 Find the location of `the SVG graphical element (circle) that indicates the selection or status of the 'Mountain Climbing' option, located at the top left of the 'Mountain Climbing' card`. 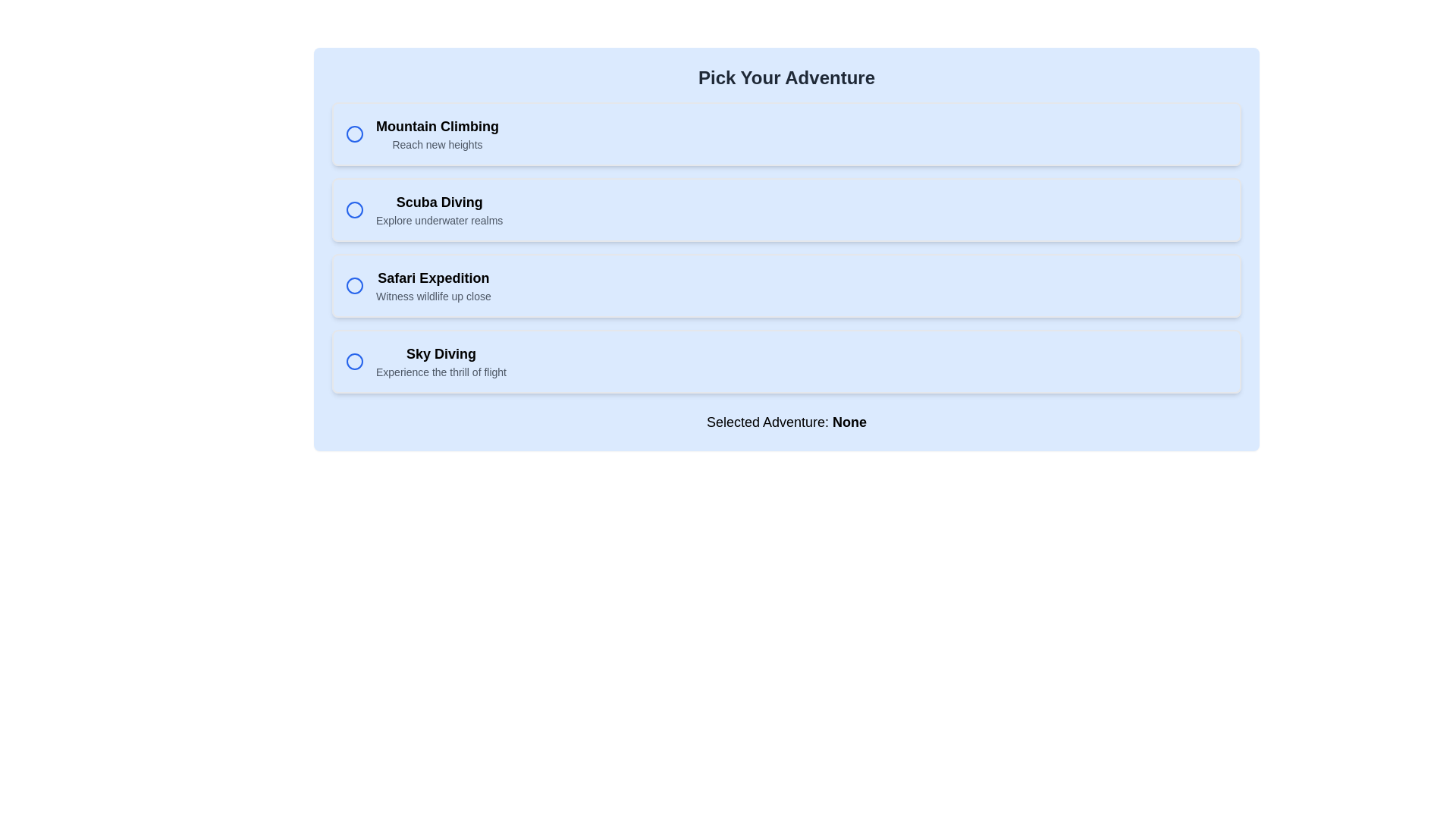

the SVG graphical element (circle) that indicates the selection or status of the 'Mountain Climbing' option, located at the top left of the 'Mountain Climbing' card is located at coordinates (353, 133).